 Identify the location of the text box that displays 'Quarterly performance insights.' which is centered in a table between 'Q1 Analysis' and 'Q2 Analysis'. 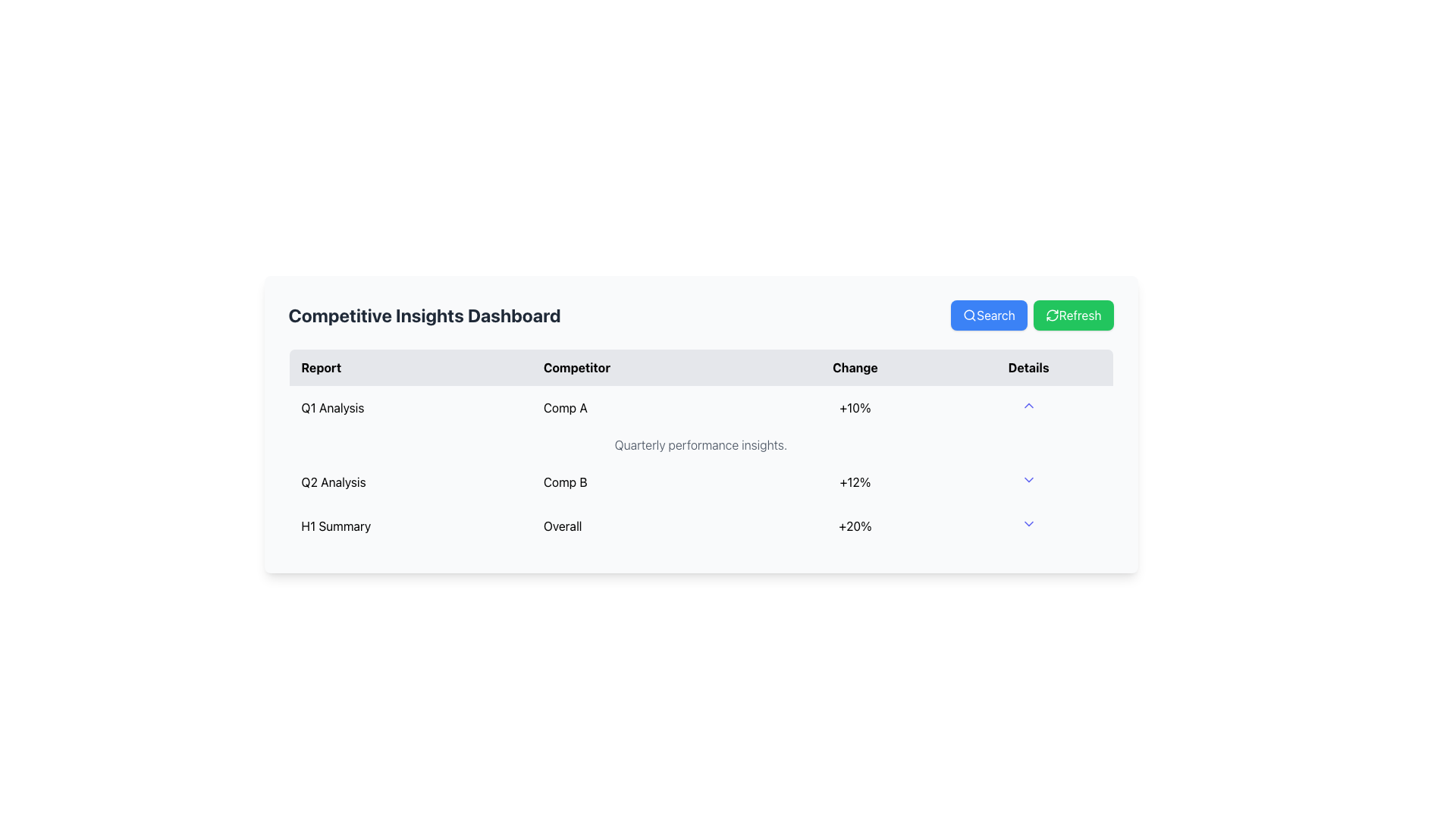
(700, 444).